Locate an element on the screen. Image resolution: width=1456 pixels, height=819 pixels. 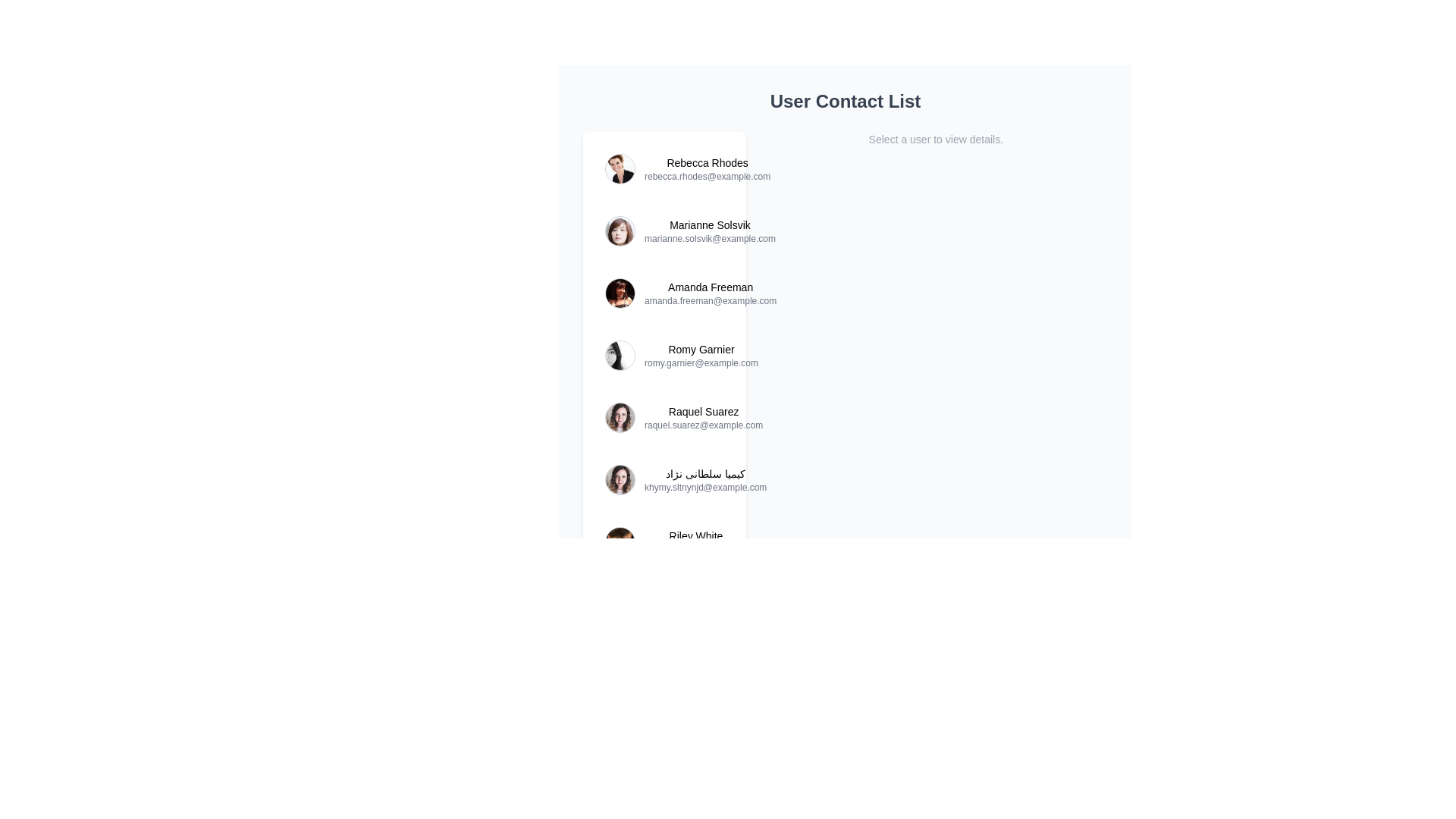
the rounded image thumbnail of the contact list entry for 'Riley White' is located at coordinates (664, 541).